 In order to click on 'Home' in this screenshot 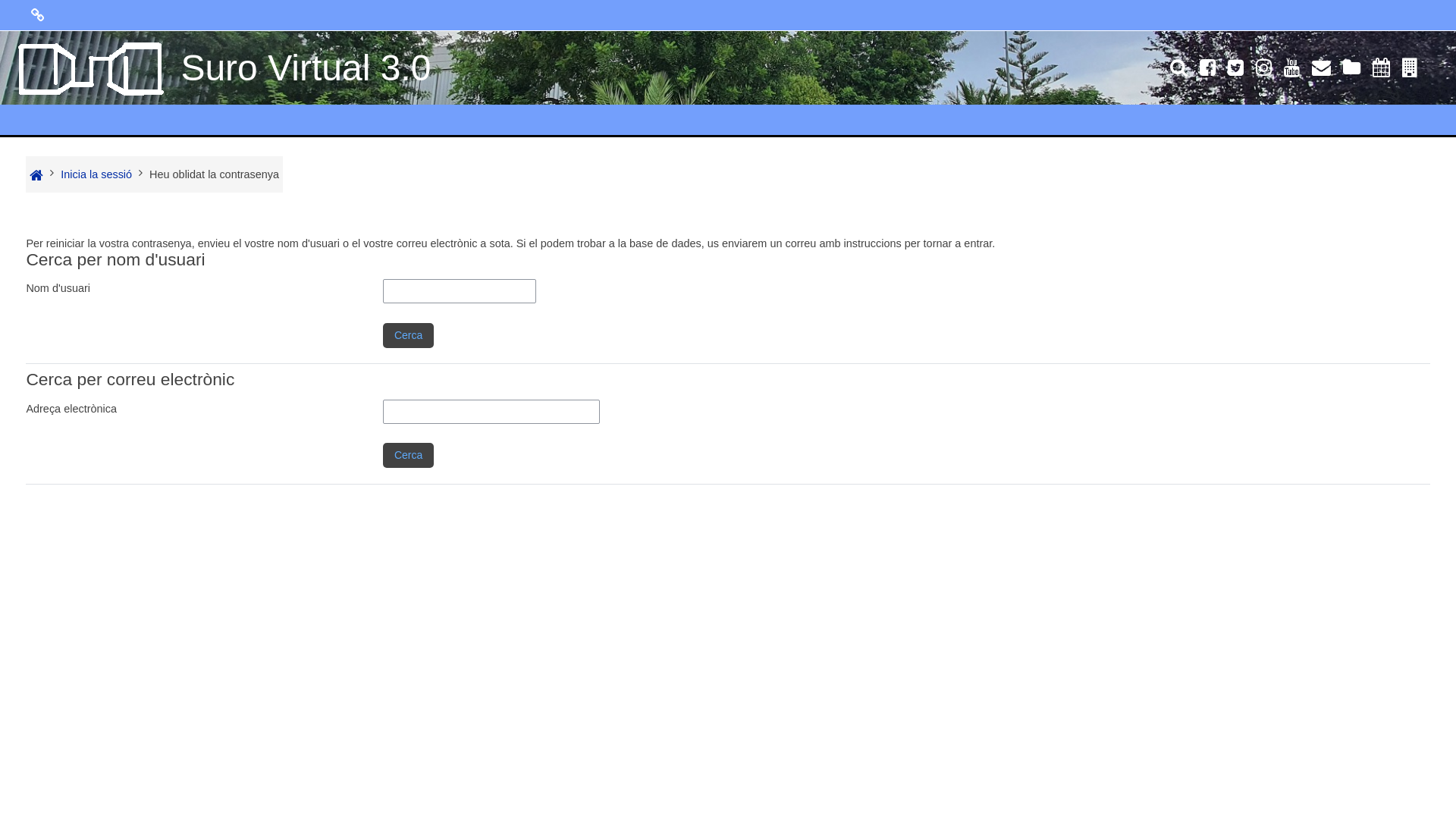, I will do `click(36, 174)`.